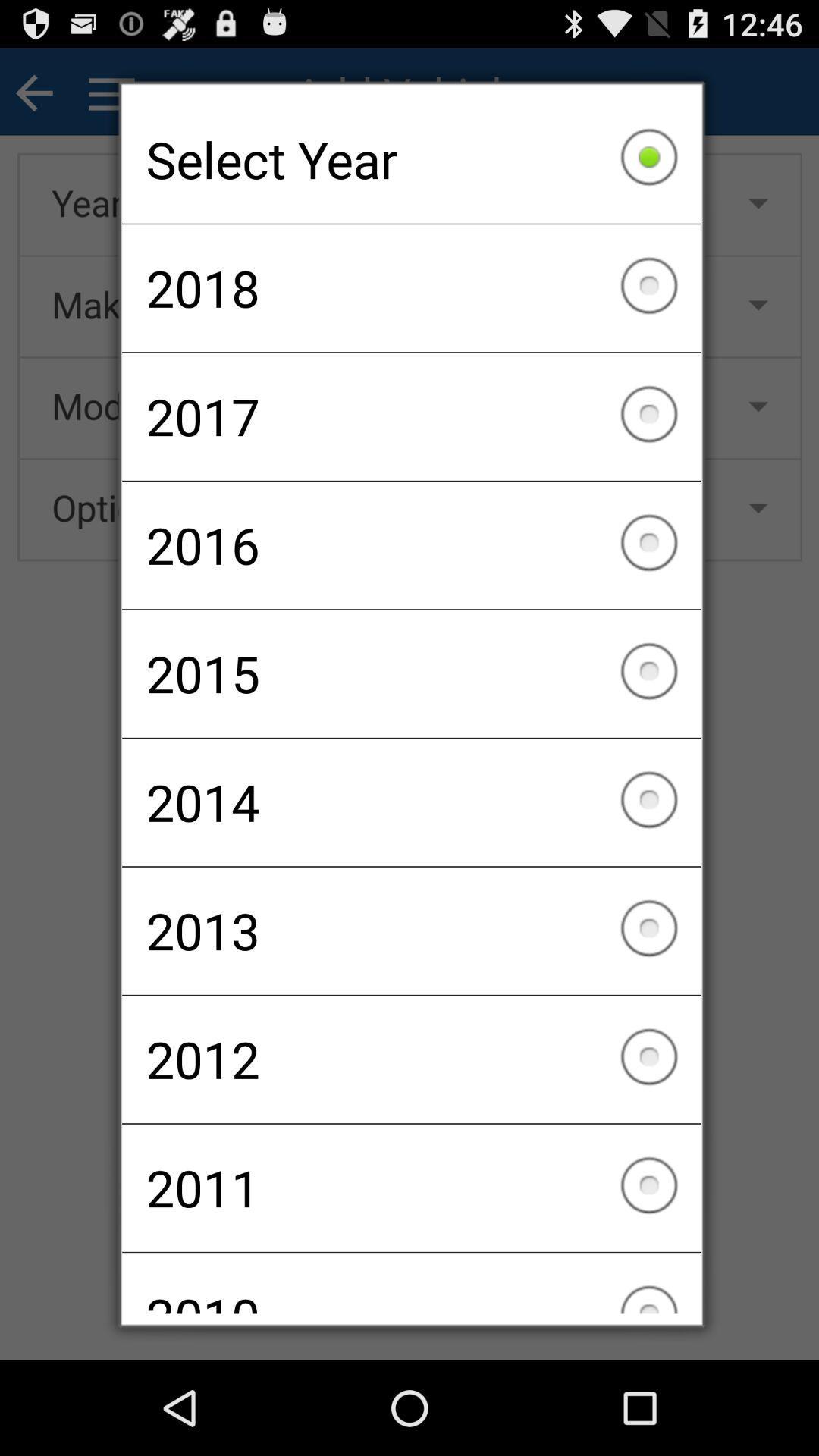 Image resolution: width=819 pixels, height=1456 pixels. Describe the element at coordinates (411, 1059) in the screenshot. I see `the 2012` at that location.